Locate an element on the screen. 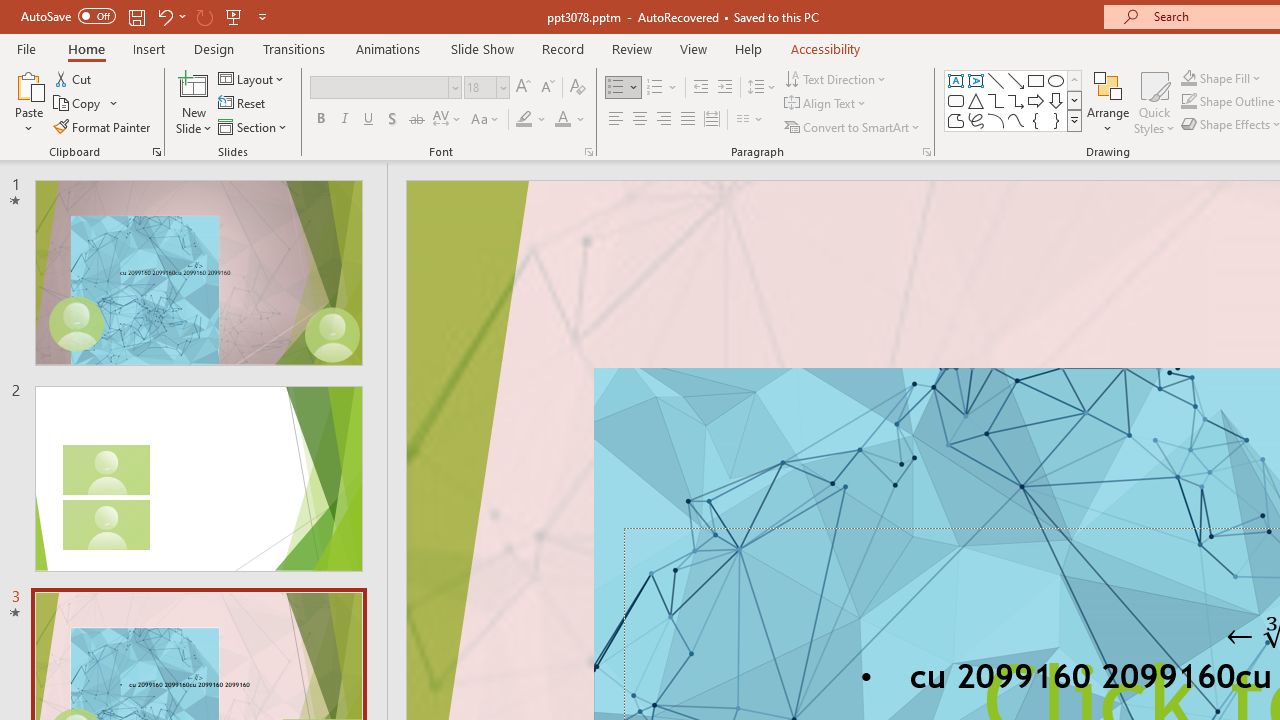 The width and height of the screenshot is (1280, 720). 'Shape Fill Dark Green, Accent 2' is located at coordinates (1189, 77).